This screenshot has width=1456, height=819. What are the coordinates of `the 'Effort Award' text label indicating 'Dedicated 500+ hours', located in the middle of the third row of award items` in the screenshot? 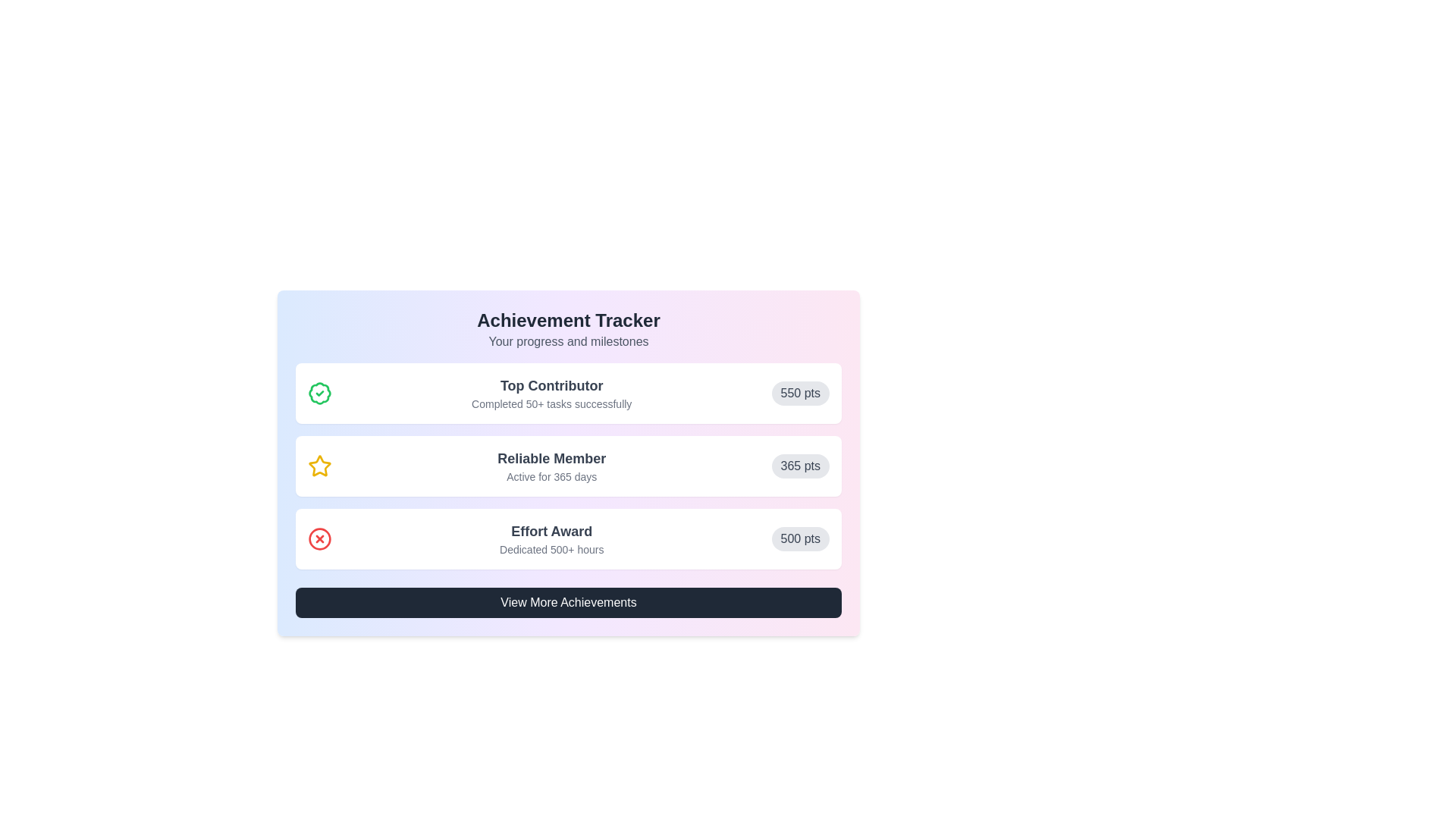 It's located at (551, 538).